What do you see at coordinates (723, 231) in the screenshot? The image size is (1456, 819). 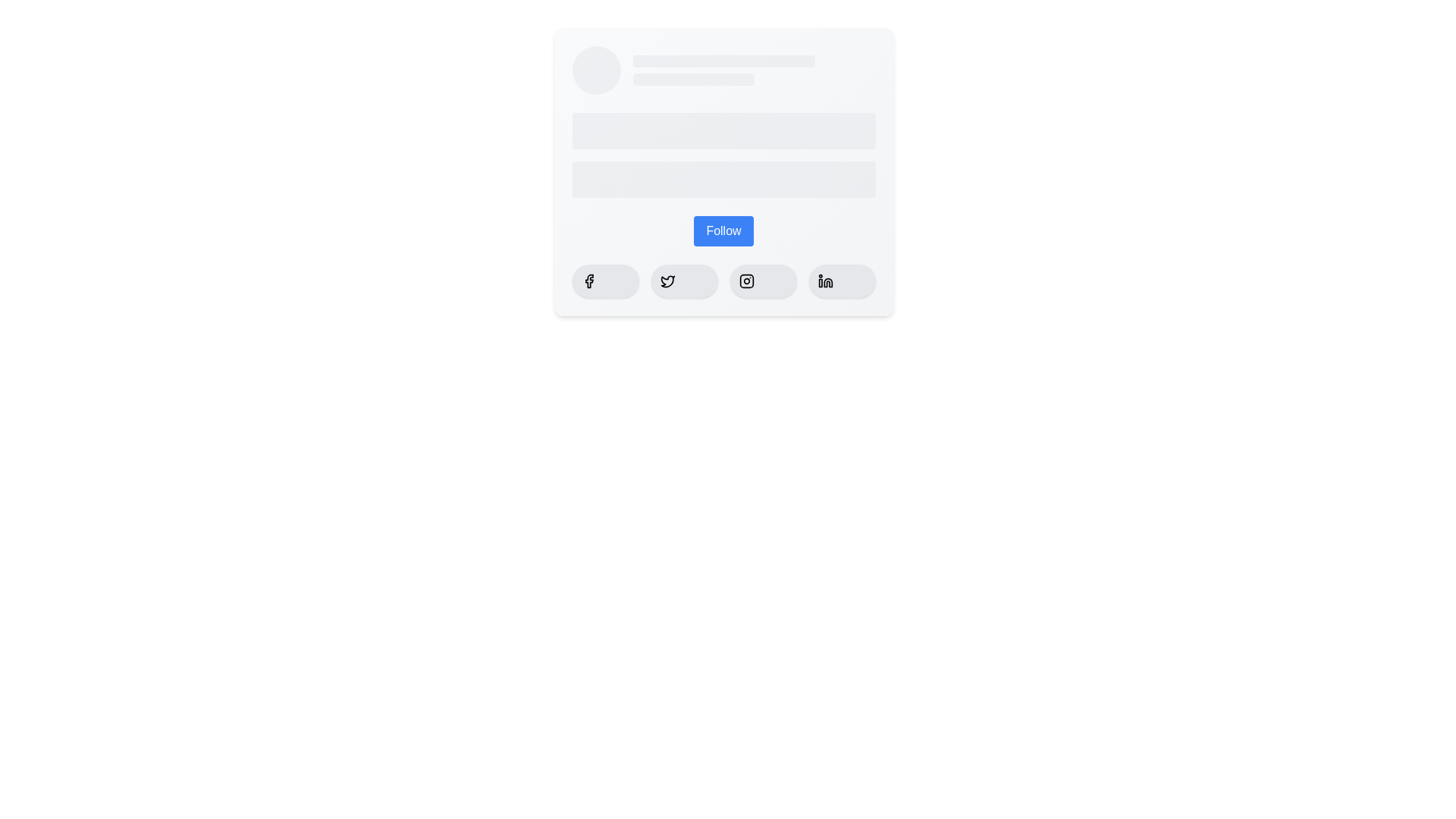 I see `the medium-sized blue button labeled 'Follow' located above four circular icon buttons to follow the associated content` at bounding box center [723, 231].